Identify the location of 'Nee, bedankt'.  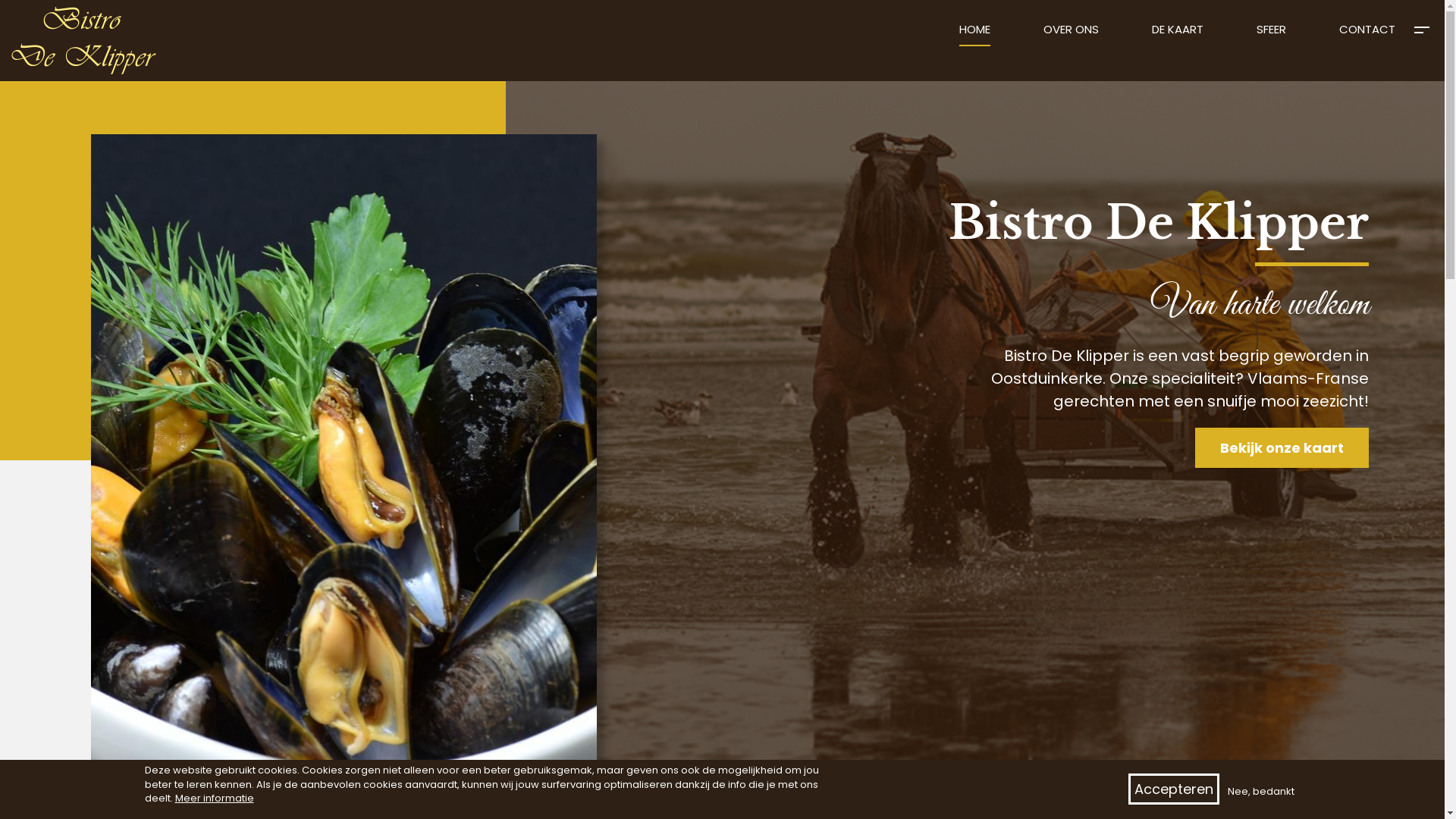
(1260, 791).